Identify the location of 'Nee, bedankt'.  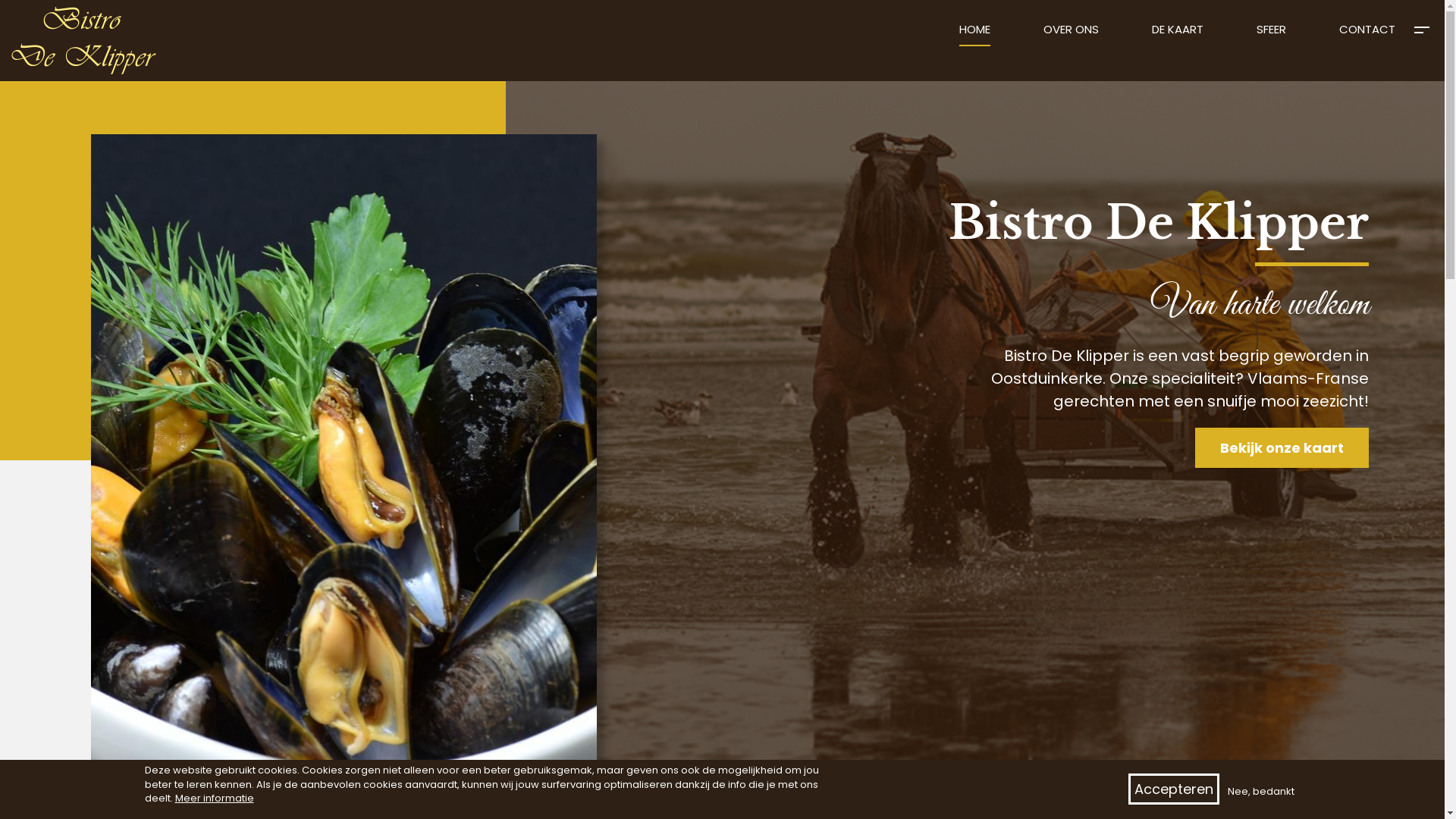
(1260, 791).